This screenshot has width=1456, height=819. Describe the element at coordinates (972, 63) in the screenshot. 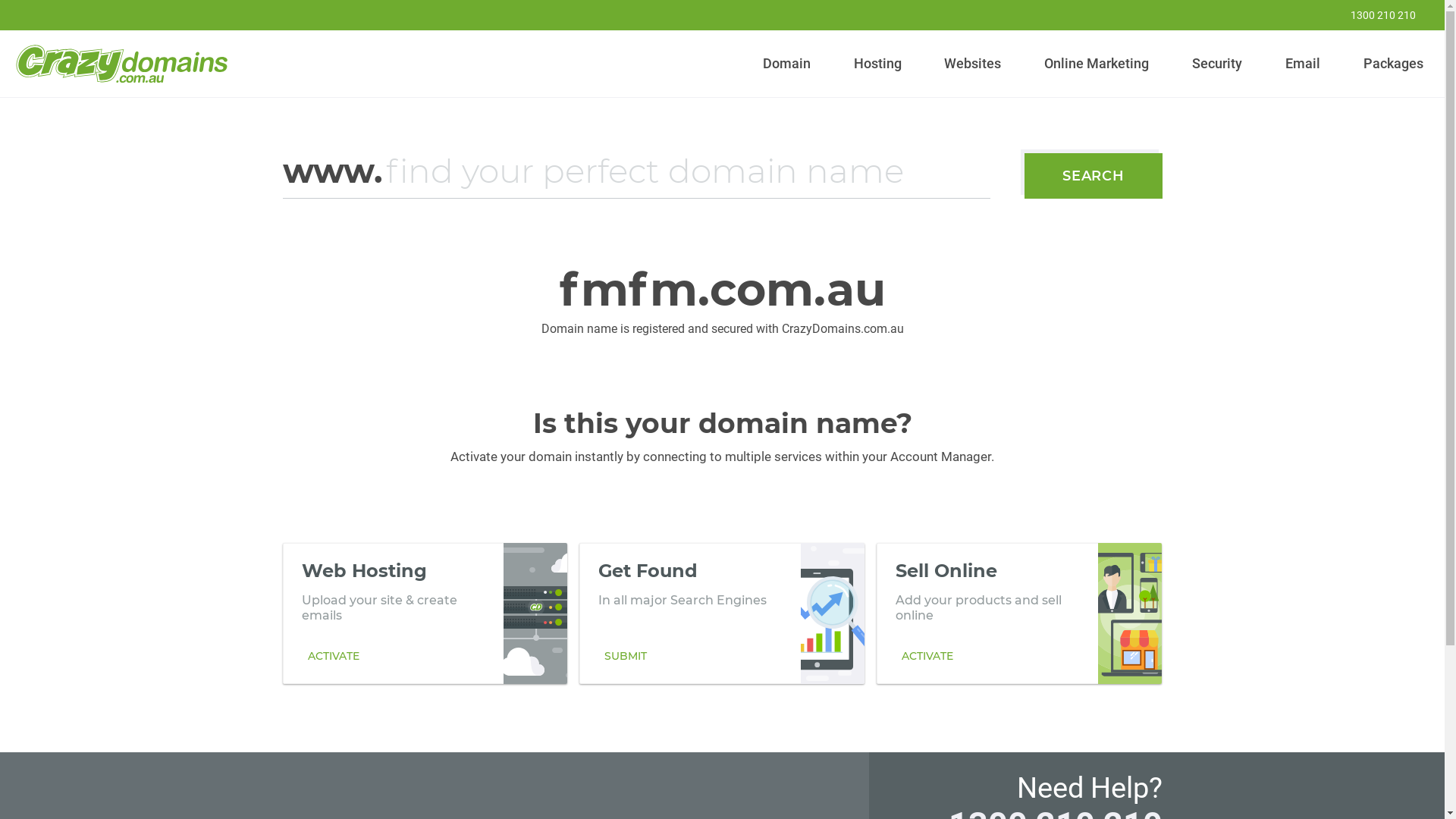

I see `'Websites'` at that location.